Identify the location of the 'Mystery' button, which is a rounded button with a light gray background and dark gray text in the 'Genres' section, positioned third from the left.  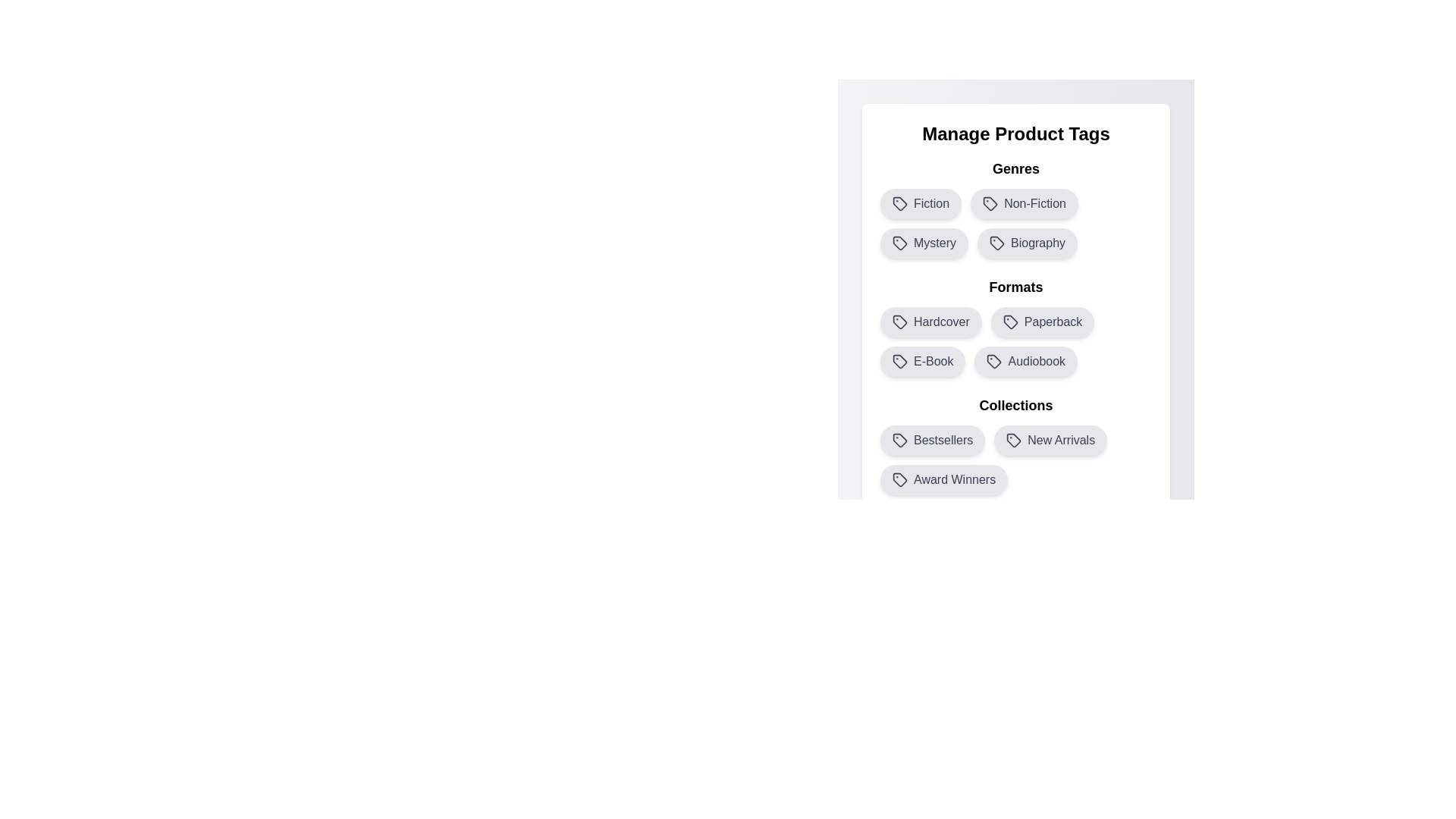
(924, 242).